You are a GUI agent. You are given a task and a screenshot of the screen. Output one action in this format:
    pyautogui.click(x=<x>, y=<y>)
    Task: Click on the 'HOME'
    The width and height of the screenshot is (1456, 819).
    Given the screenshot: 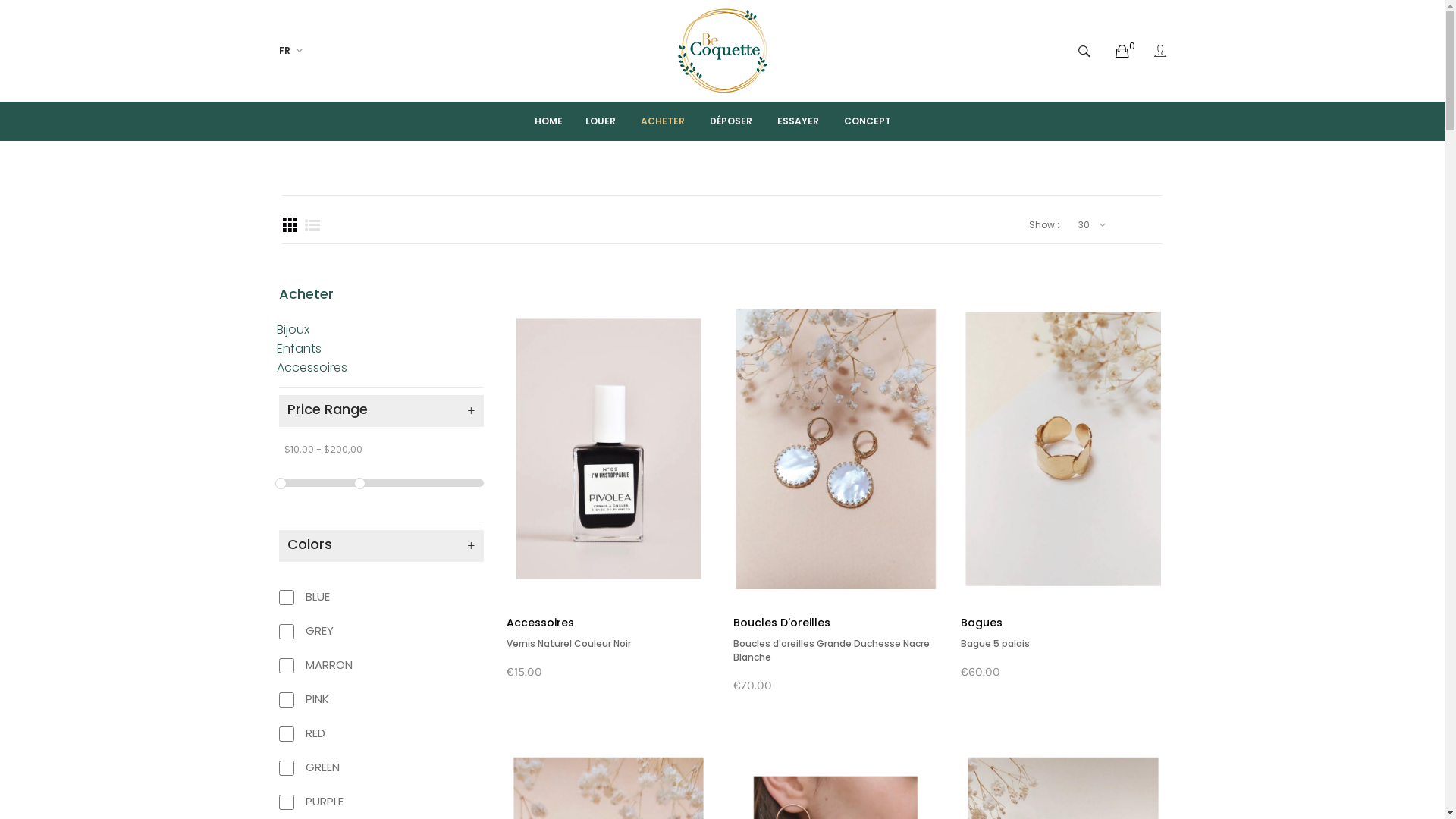 What is the action you would take?
    pyautogui.click(x=535, y=120)
    